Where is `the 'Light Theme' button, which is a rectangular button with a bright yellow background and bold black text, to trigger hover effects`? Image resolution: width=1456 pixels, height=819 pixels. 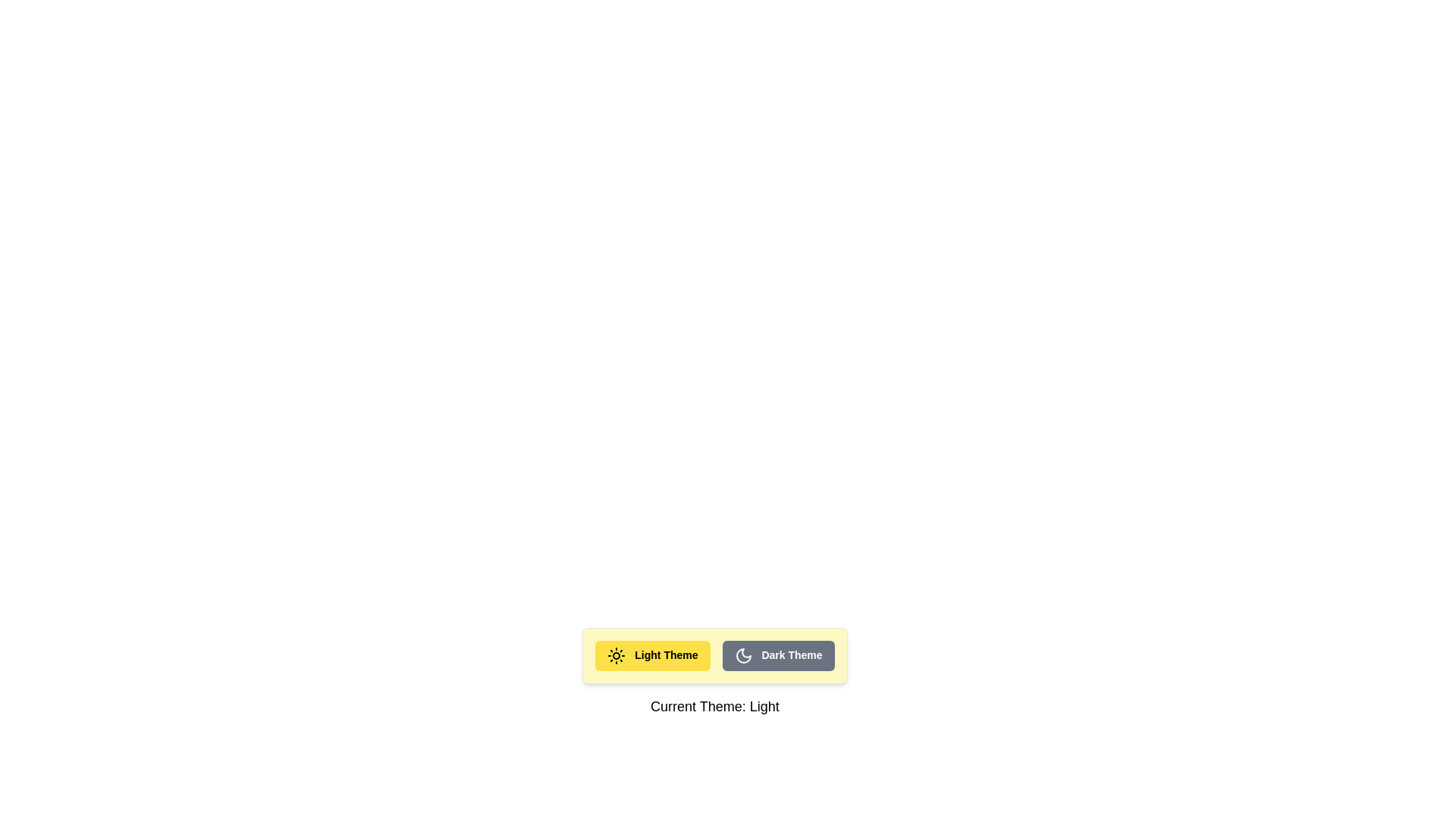 the 'Light Theme' button, which is a rectangular button with a bright yellow background and bold black text, to trigger hover effects is located at coordinates (652, 654).